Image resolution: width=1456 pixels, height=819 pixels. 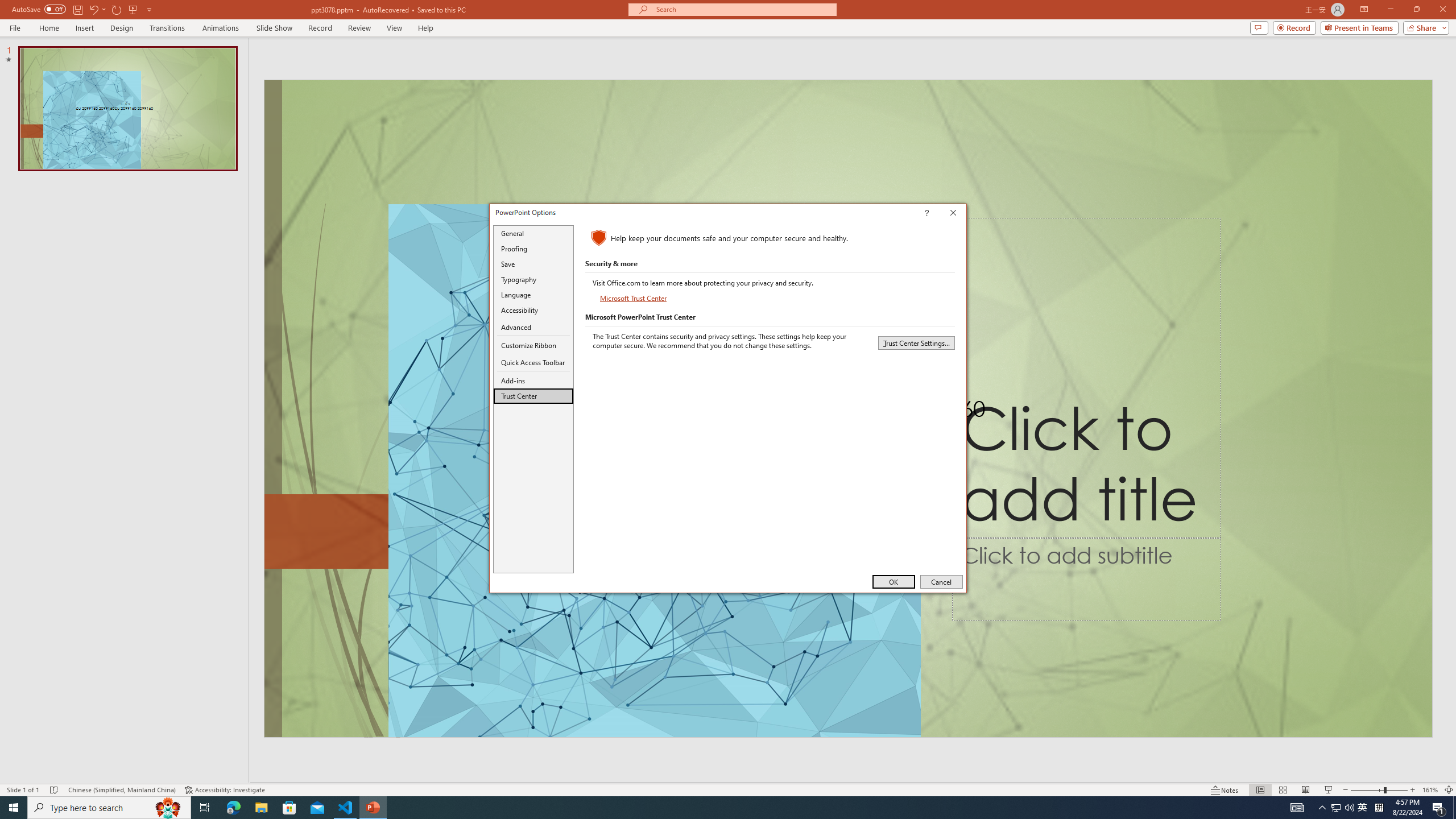 What do you see at coordinates (893, 581) in the screenshot?
I see `'OK'` at bounding box center [893, 581].